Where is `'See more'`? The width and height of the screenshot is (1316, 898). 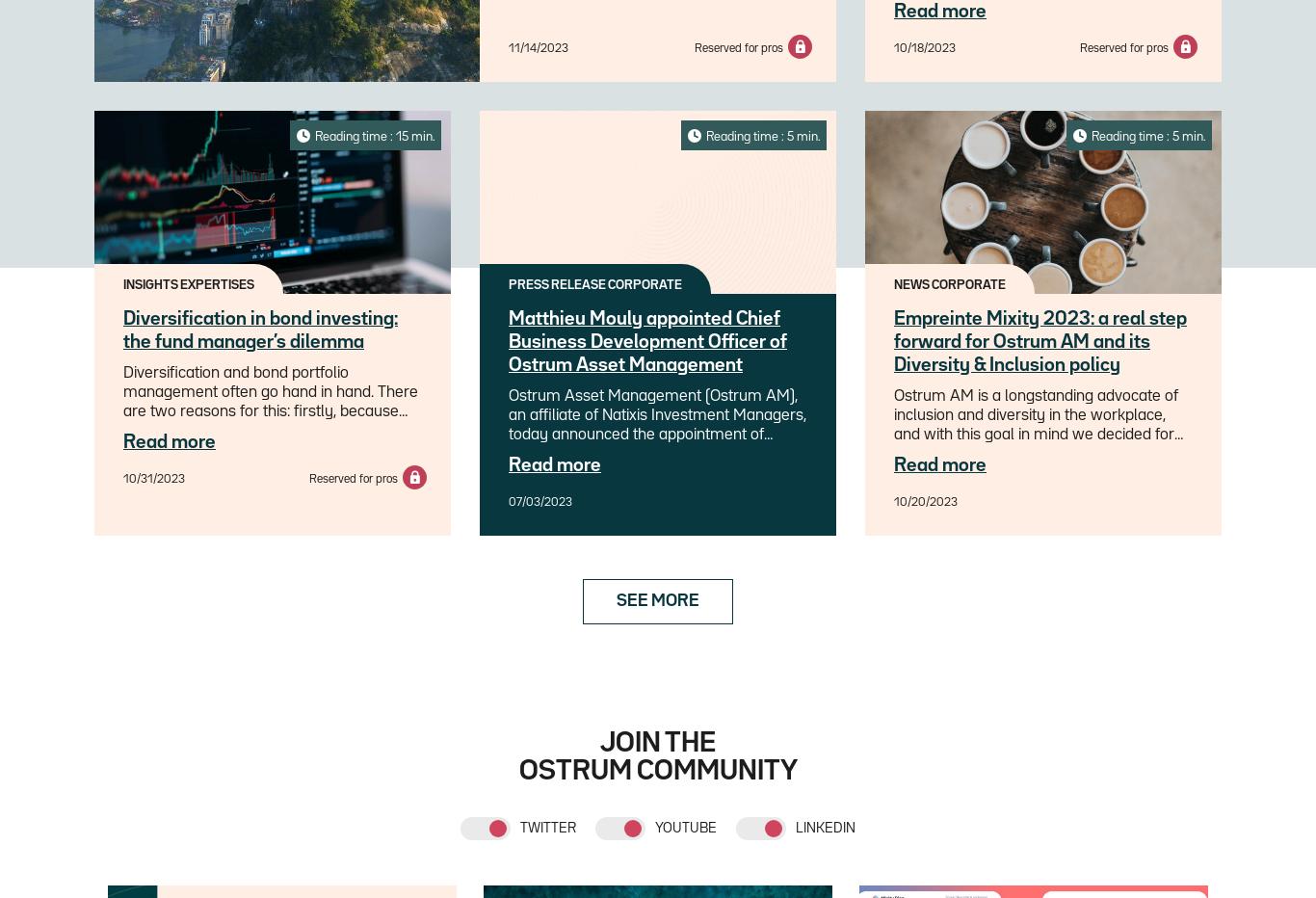
'See more' is located at coordinates (658, 599).